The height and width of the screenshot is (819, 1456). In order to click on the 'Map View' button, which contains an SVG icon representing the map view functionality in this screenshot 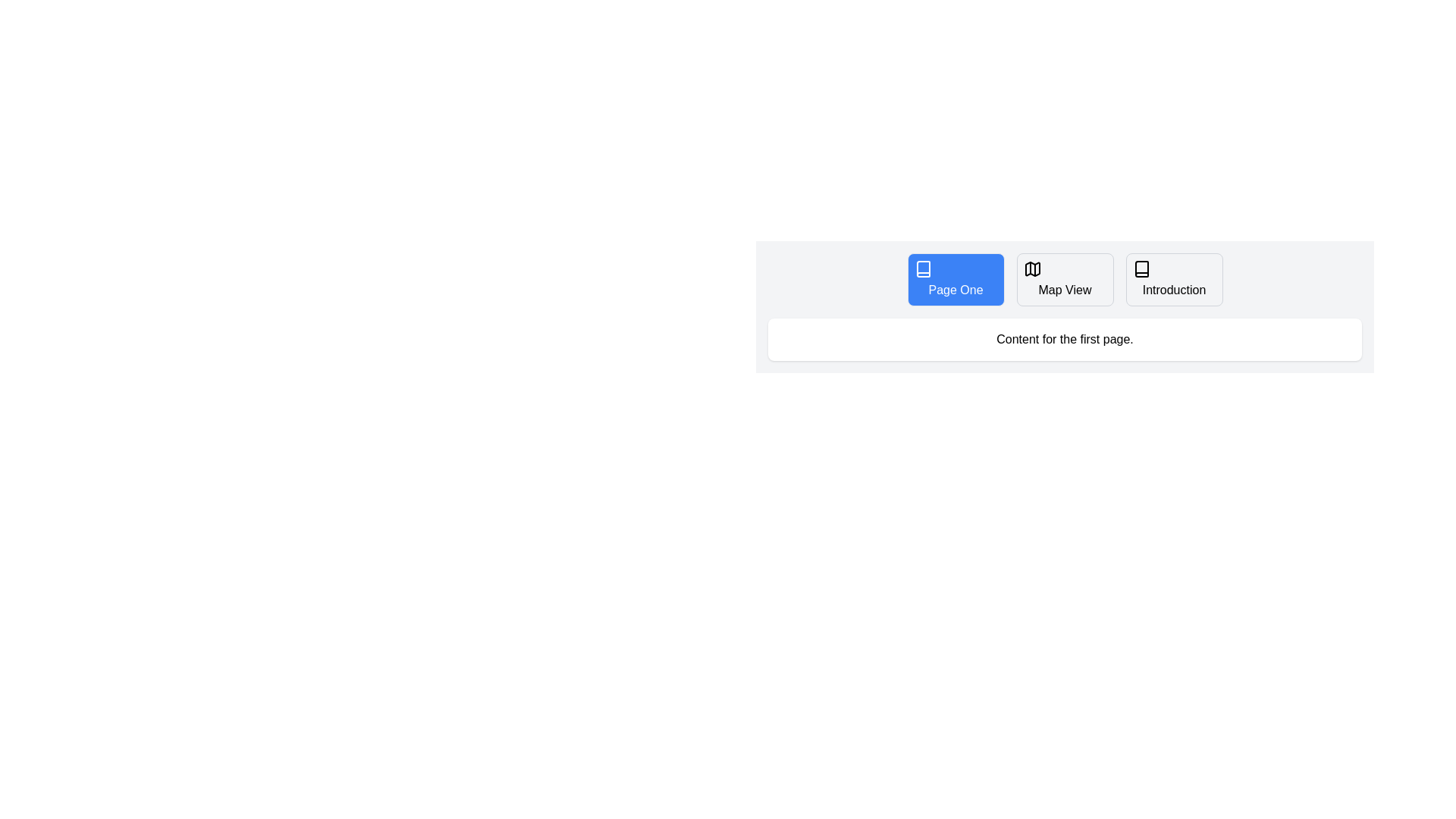, I will do `click(1031, 268)`.